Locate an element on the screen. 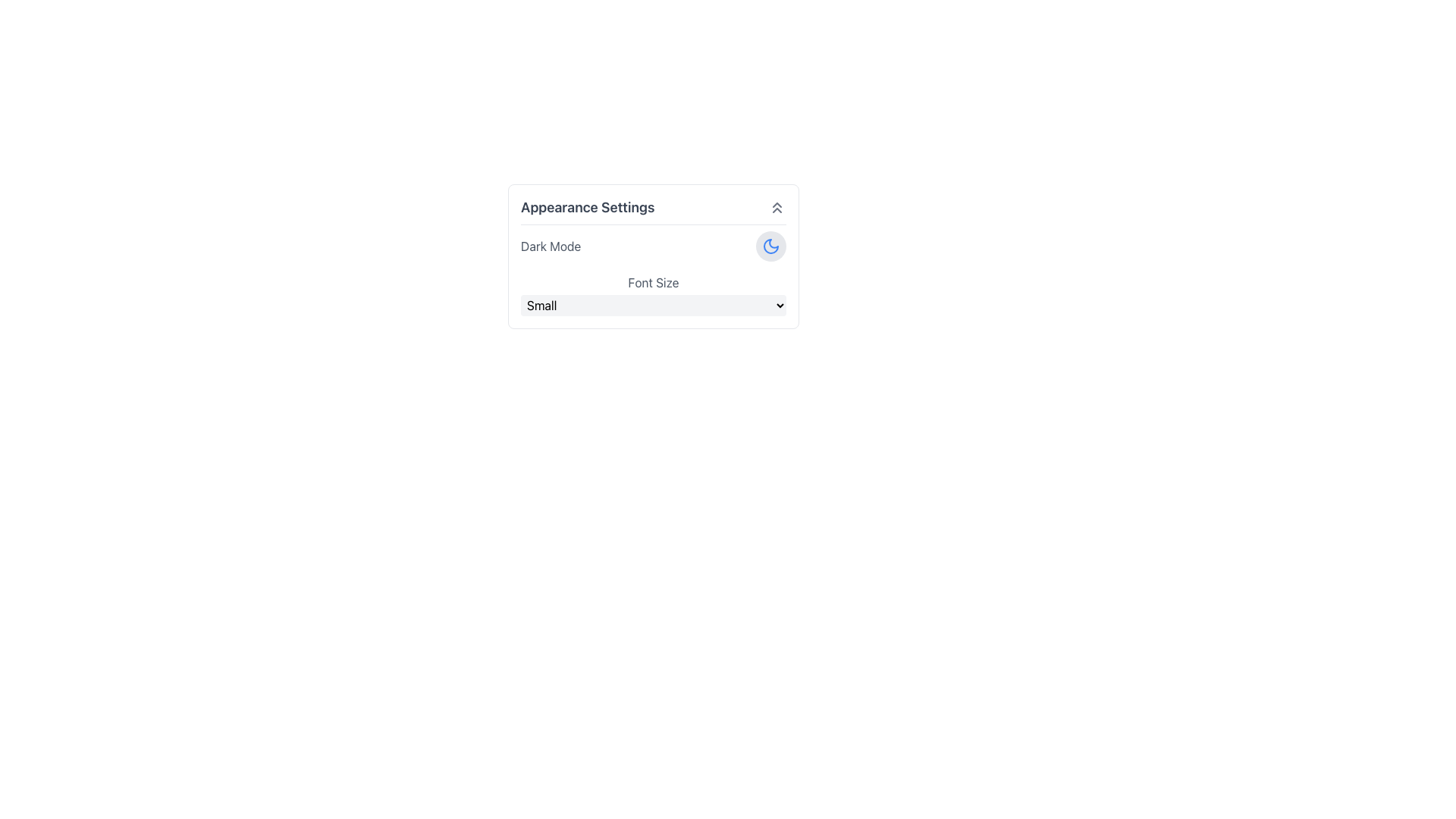 This screenshot has height=819, width=1456. the toggle switch button located to the right of the 'Dark Mode' text label within the 'Appearance Settings' panel is located at coordinates (771, 245).